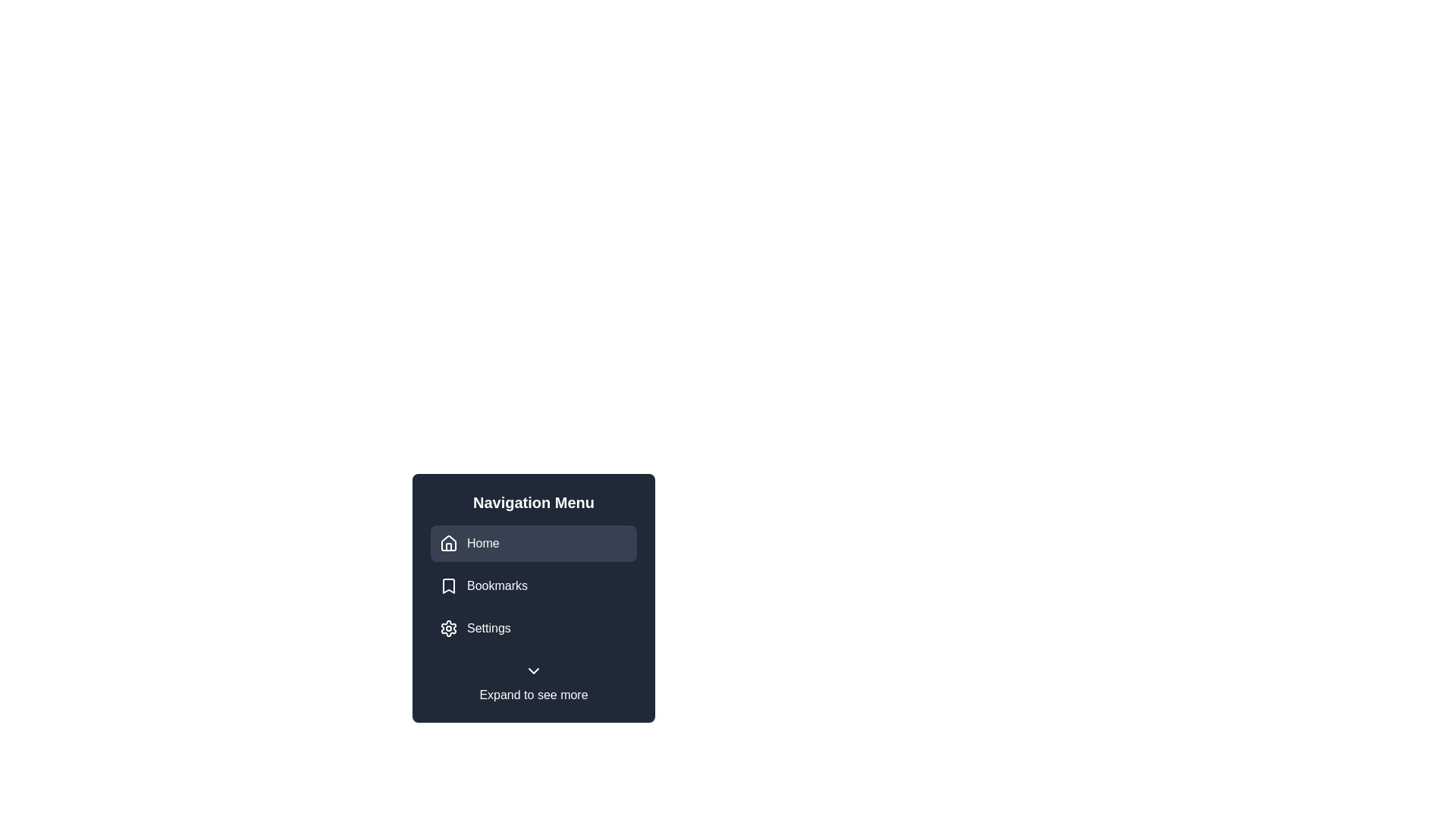 Image resolution: width=1456 pixels, height=819 pixels. What do you see at coordinates (534, 503) in the screenshot?
I see `the text label that serves as the header for the navigation menu, which is located at the very top of the 'Navigation Menu' block in the sidebar on the left` at bounding box center [534, 503].